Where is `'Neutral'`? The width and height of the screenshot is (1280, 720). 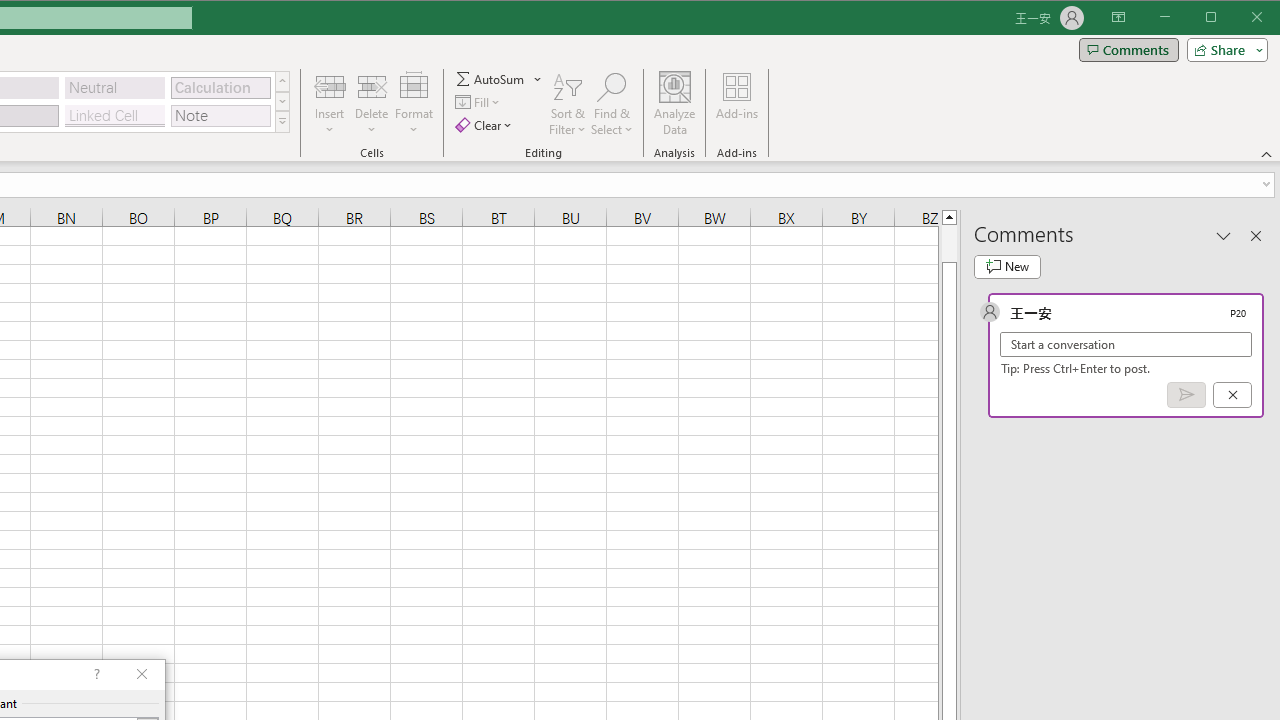 'Neutral' is located at coordinates (113, 87).